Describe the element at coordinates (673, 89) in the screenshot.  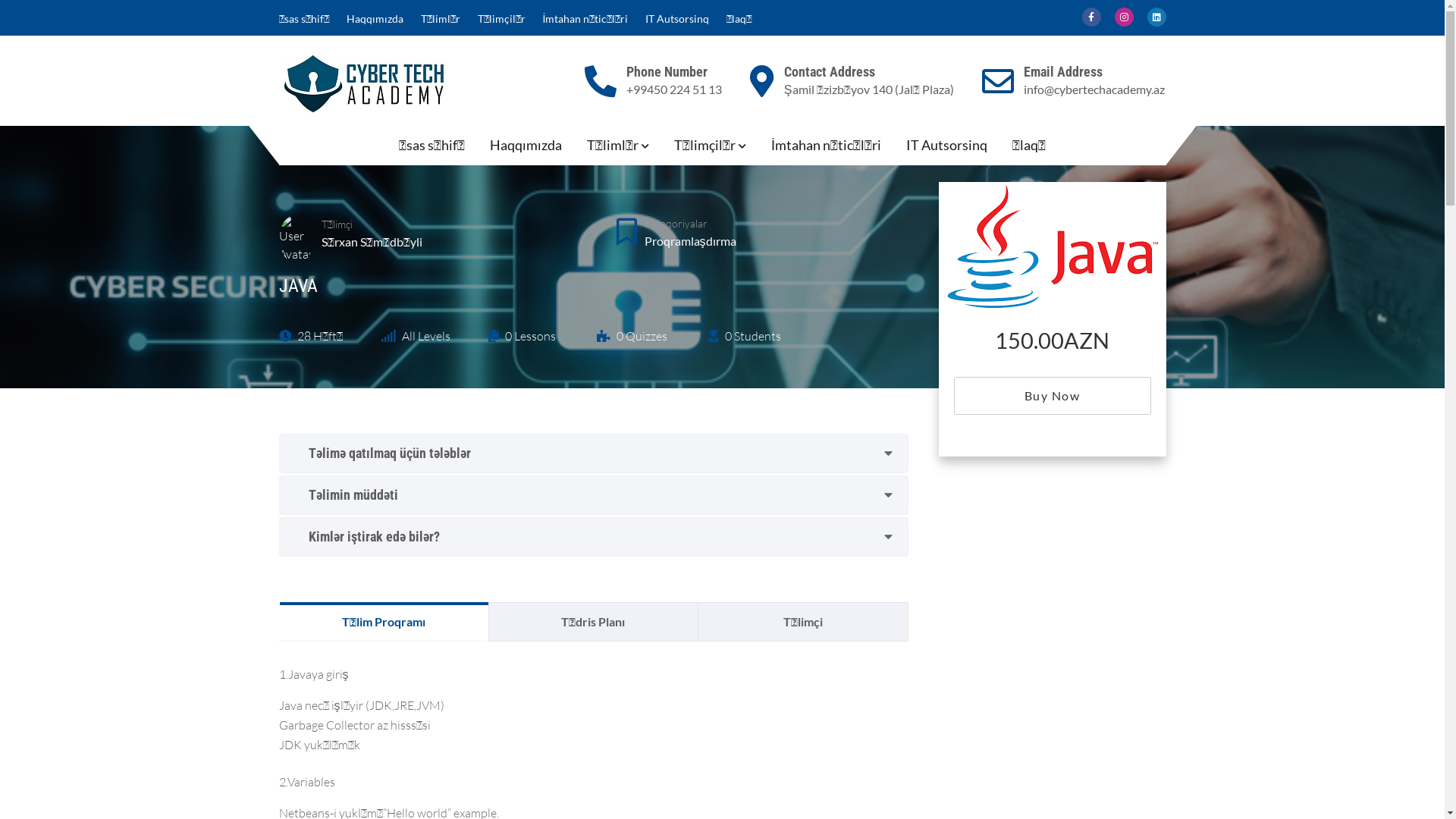
I see `'+99450 224 51 13'` at that location.